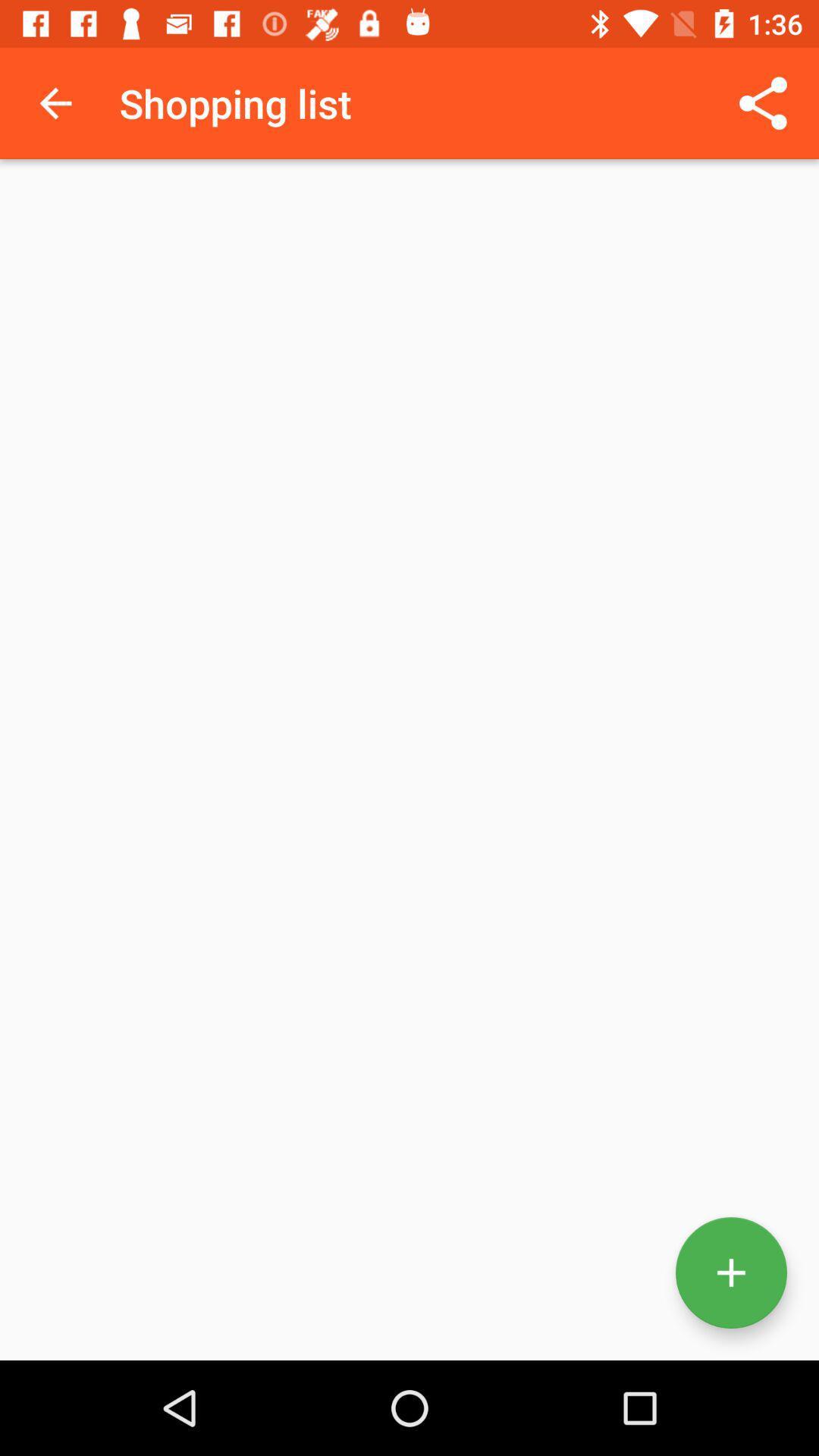 The width and height of the screenshot is (819, 1456). Describe the element at coordinates (730, 1272) in the screenshot. I see `item` at that location.